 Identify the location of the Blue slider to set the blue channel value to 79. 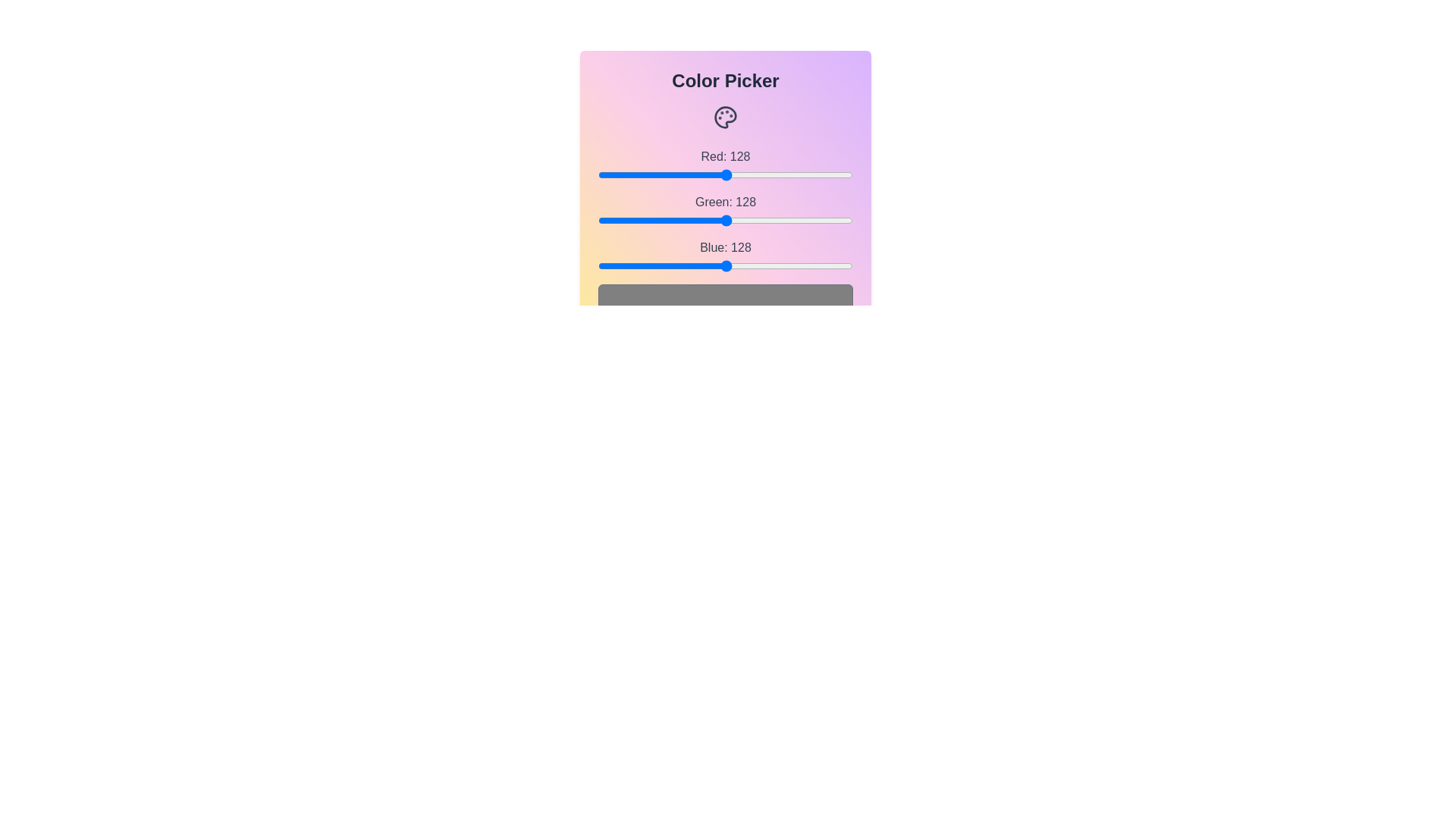
(676, 265).